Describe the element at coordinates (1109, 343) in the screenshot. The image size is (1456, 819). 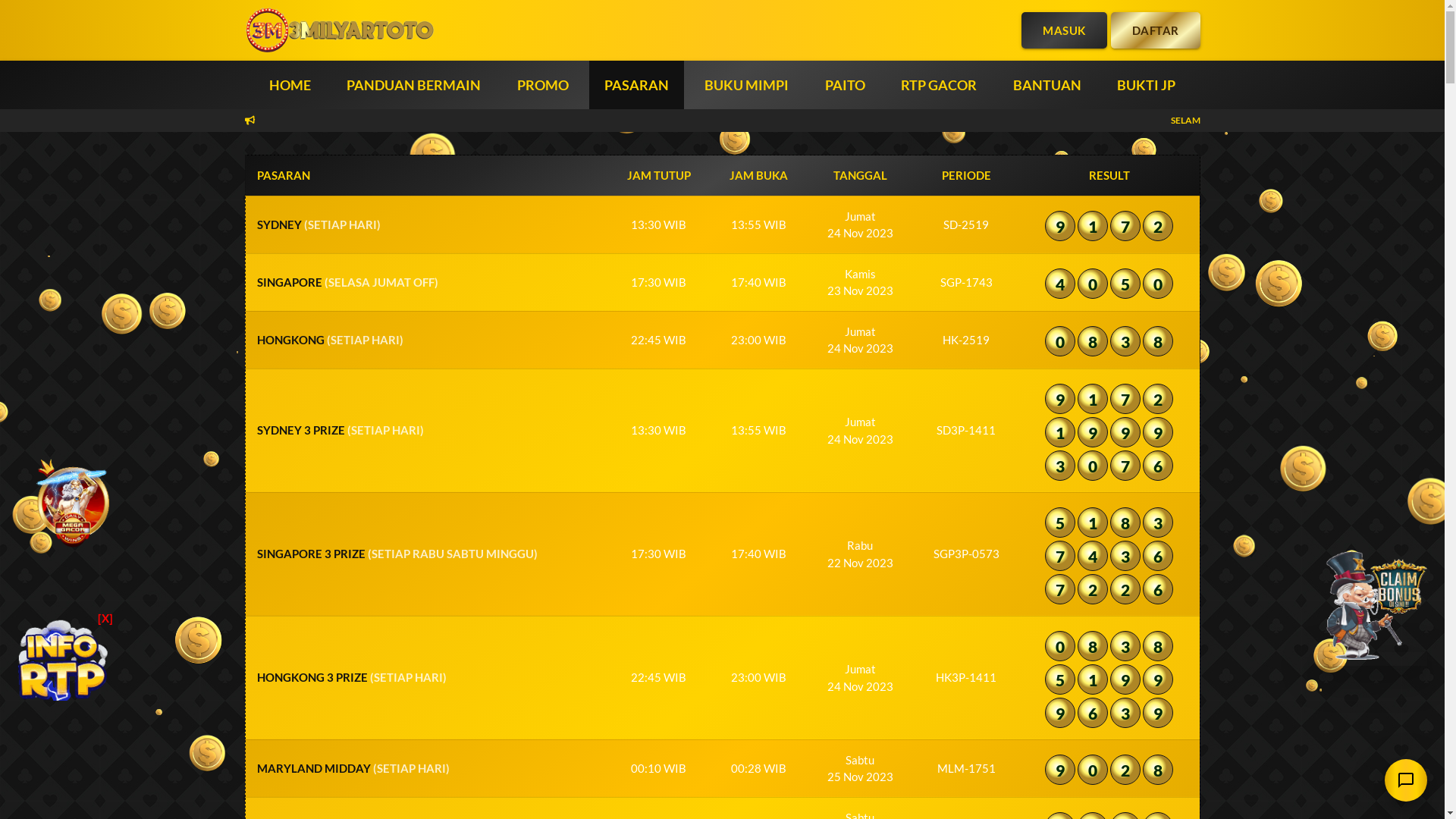
I see `'0 8 3 8'` at that location.